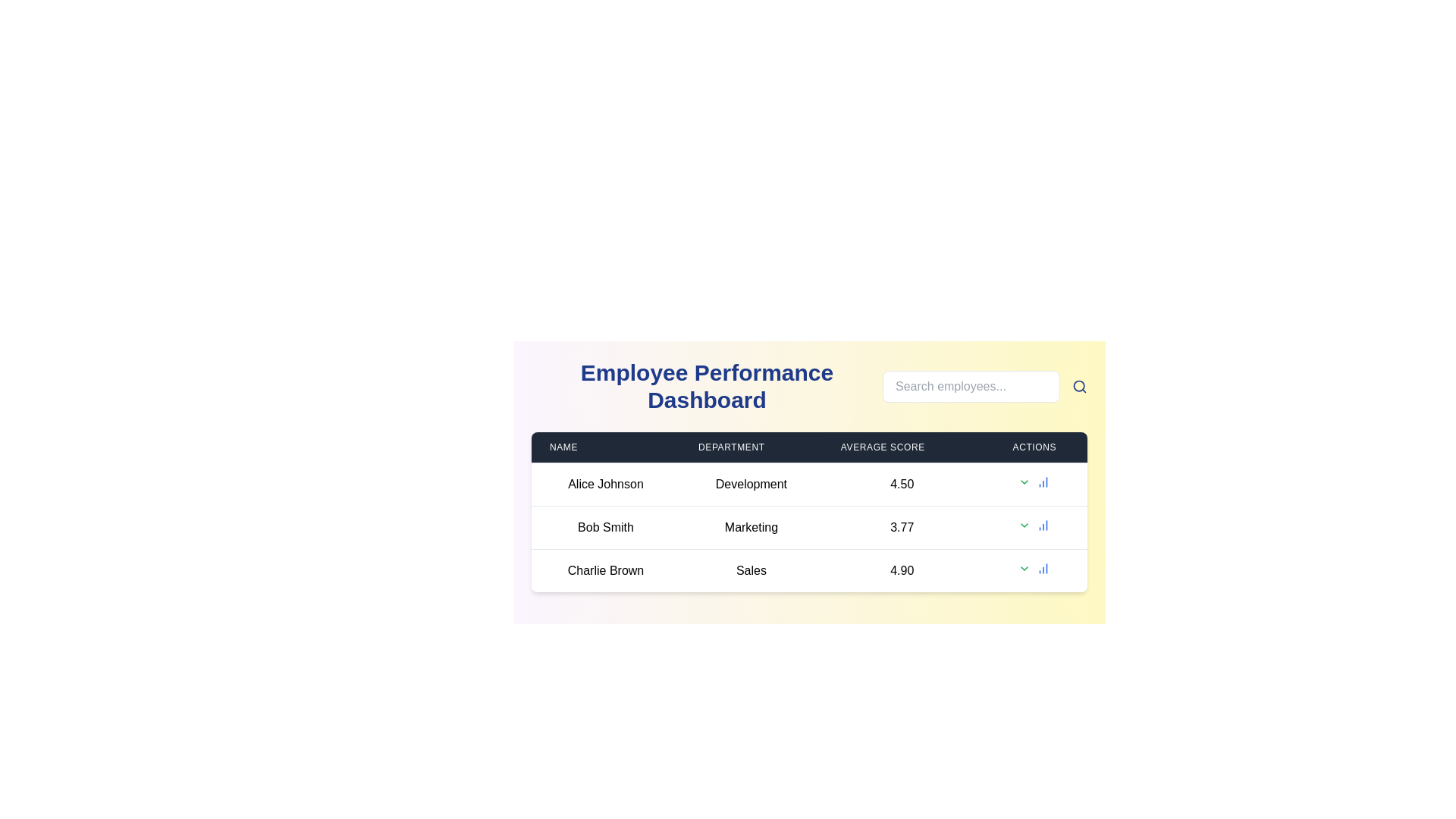 The width and height of the screenshot is (1456, 819). Describe the element at coordinates (751, 526) in the screenshot. I see `the Text label displaying the department name for the employee 'Bob Smith' in the second column of the table` at that location.